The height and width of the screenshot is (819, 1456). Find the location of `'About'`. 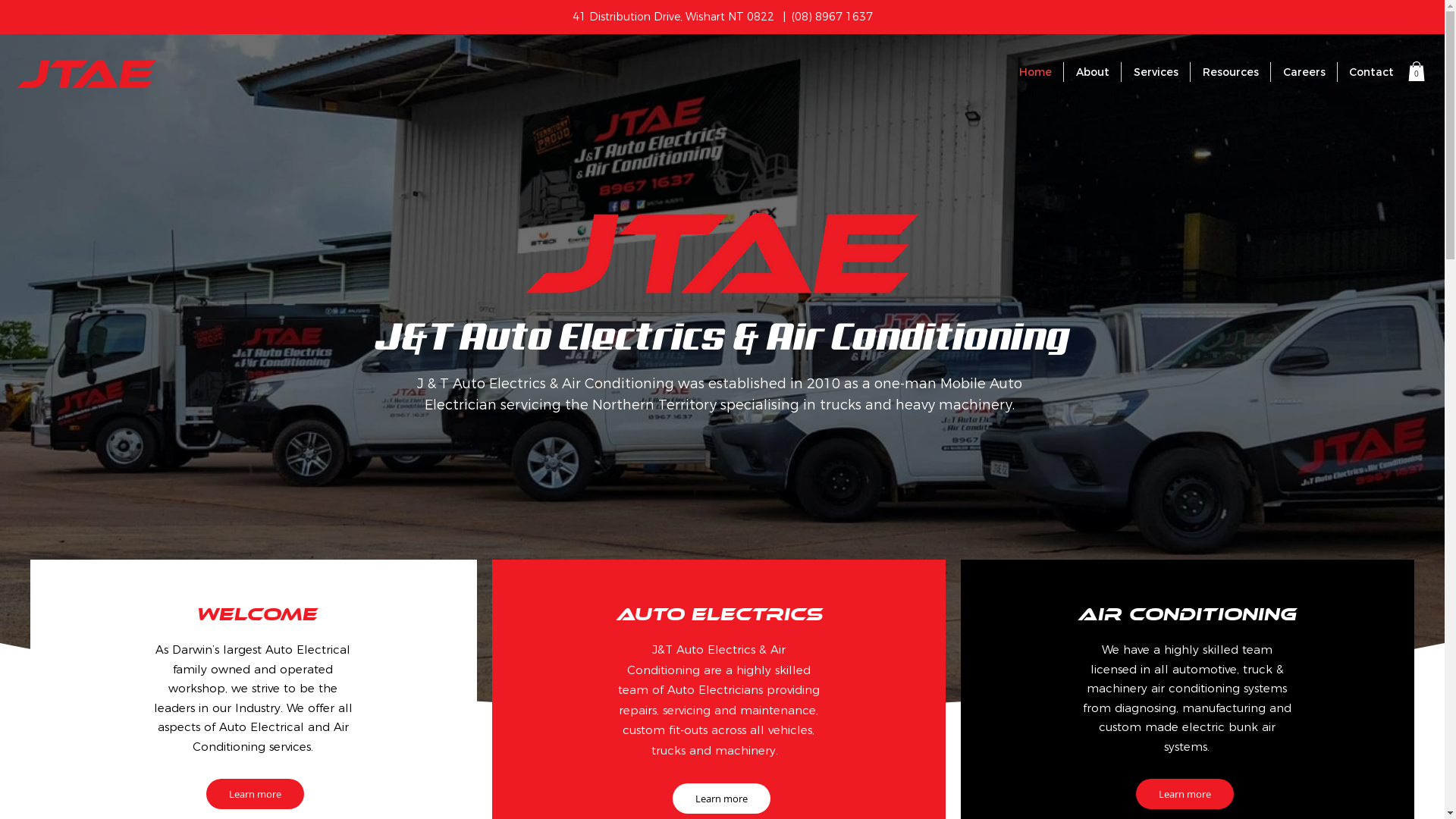

'About' is located at coordinates (1092, 72).